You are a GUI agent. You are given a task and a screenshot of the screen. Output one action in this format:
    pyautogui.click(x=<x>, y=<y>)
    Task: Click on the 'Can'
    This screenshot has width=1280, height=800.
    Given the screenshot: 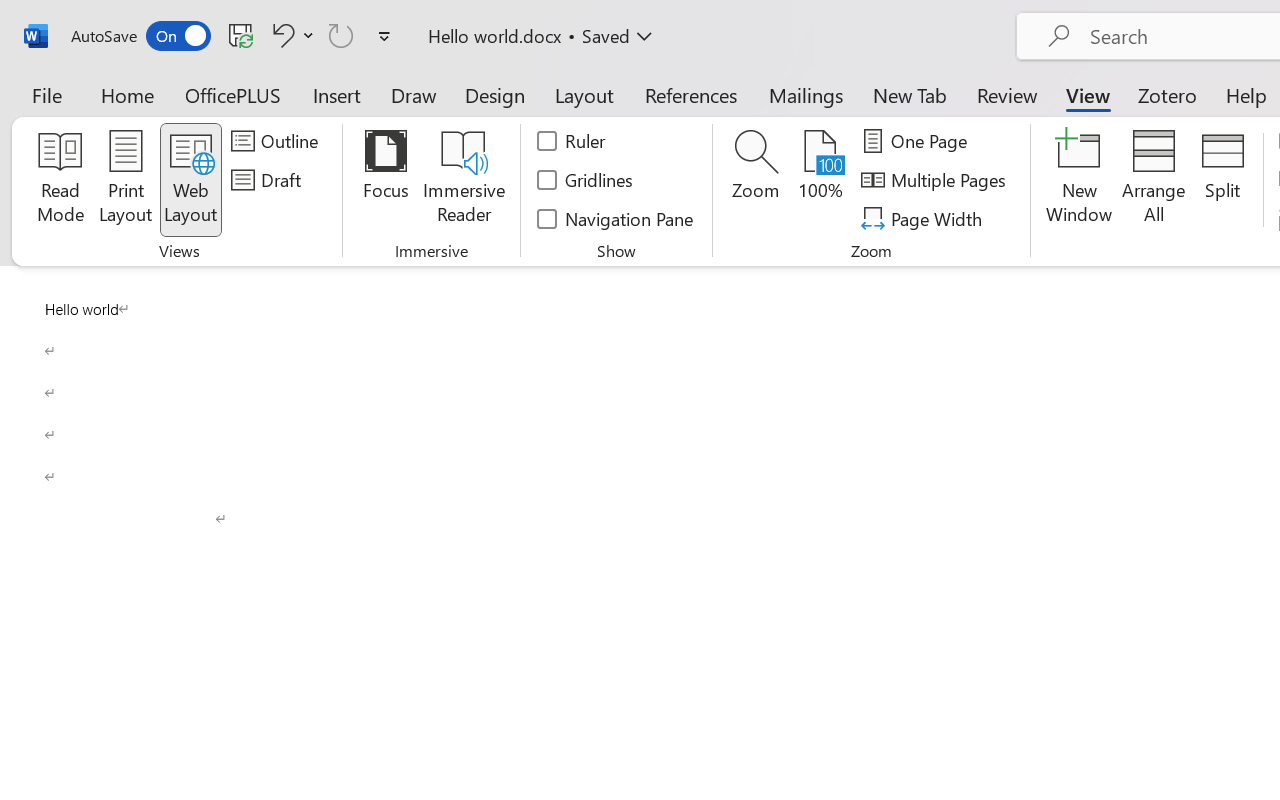 What is the action you would take?
    pyautogui.click(x=341, y=34)
    